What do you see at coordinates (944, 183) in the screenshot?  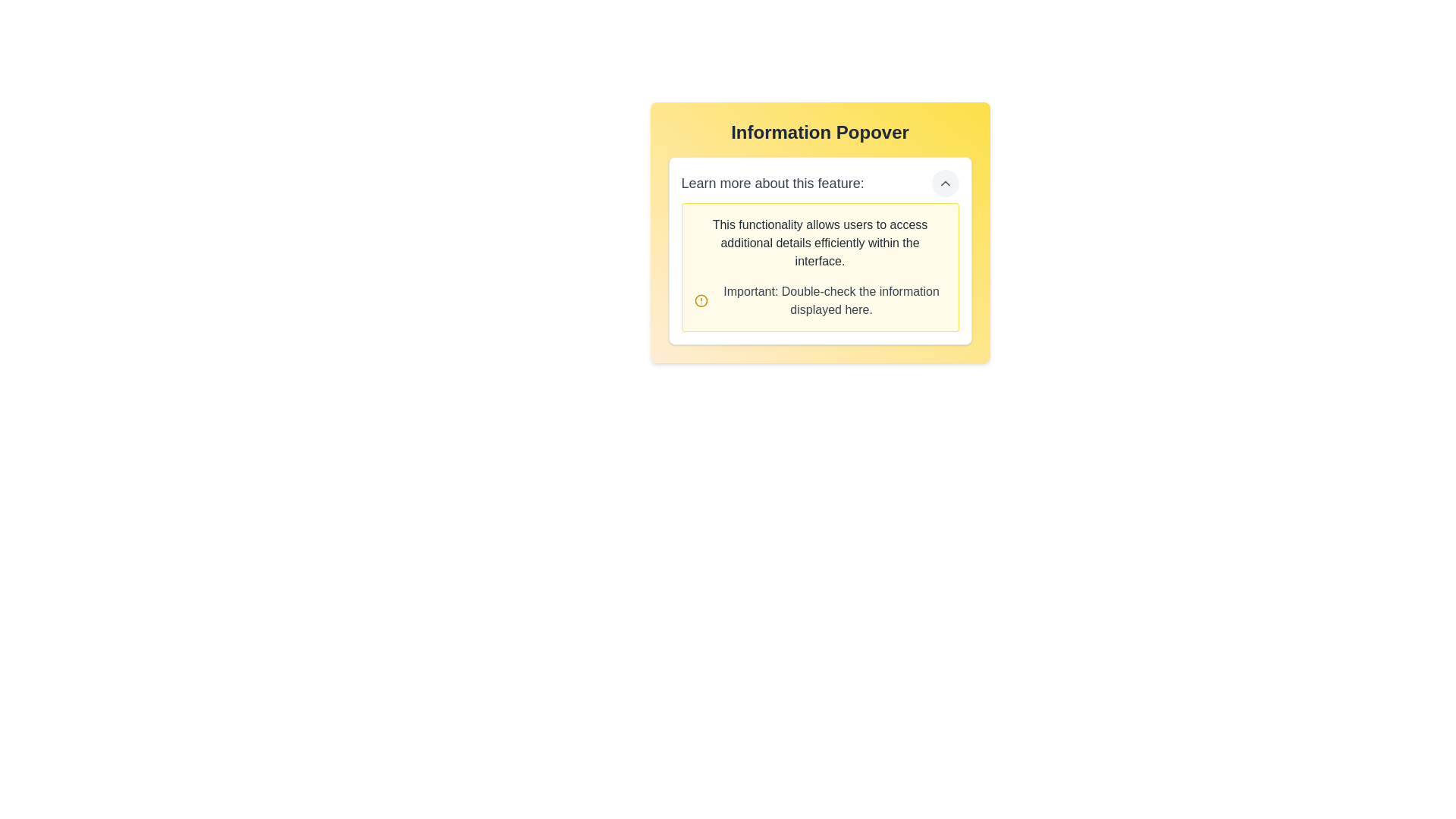 I see `the circular button with a light gray background and an upward-pointing chevron icon` at bounding box center [944, 183].